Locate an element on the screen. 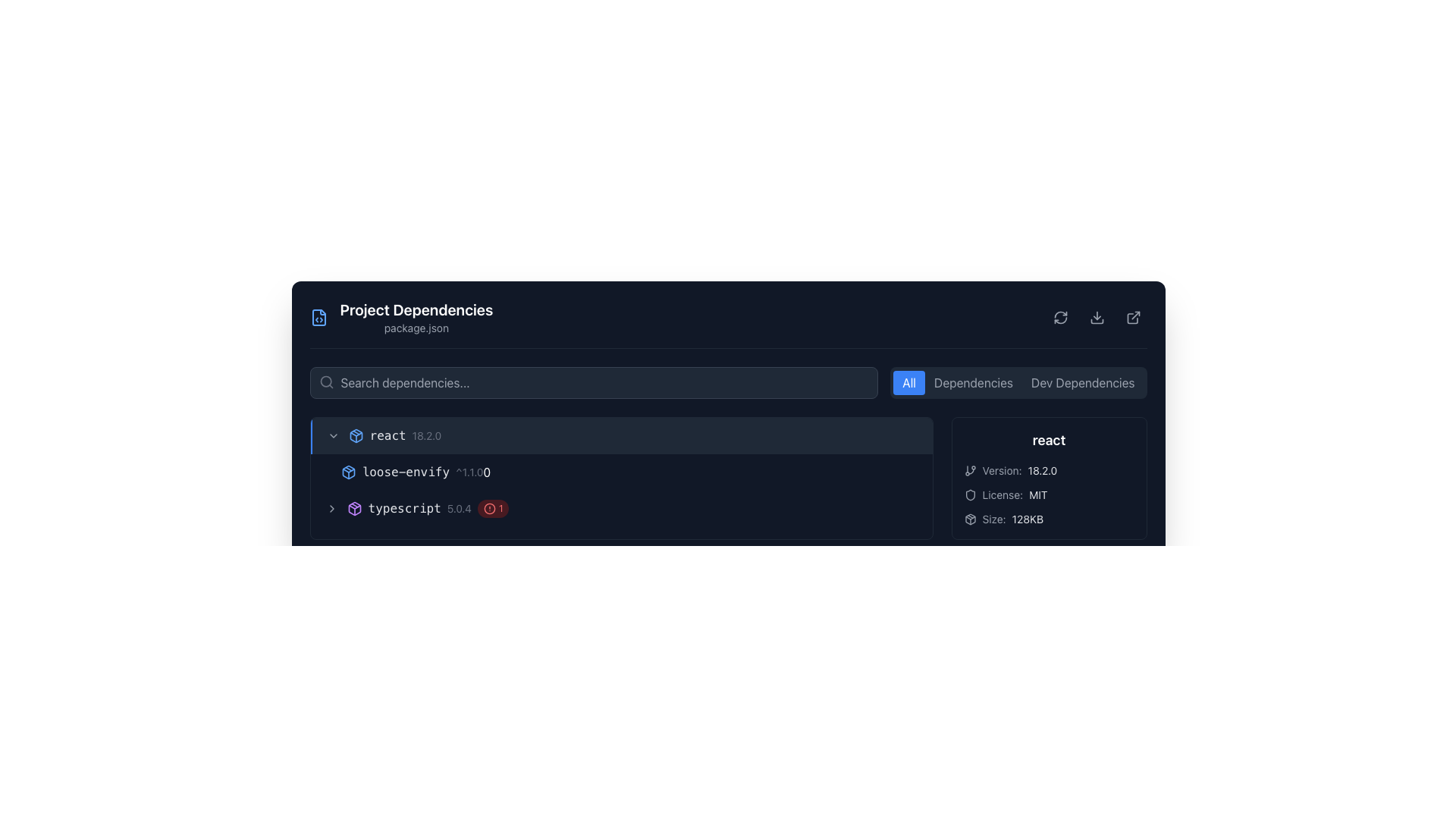  the Interactive icon (toggle or chevron button) associated with 'typescript 5.0.4' is located at coordinates (331, 509).